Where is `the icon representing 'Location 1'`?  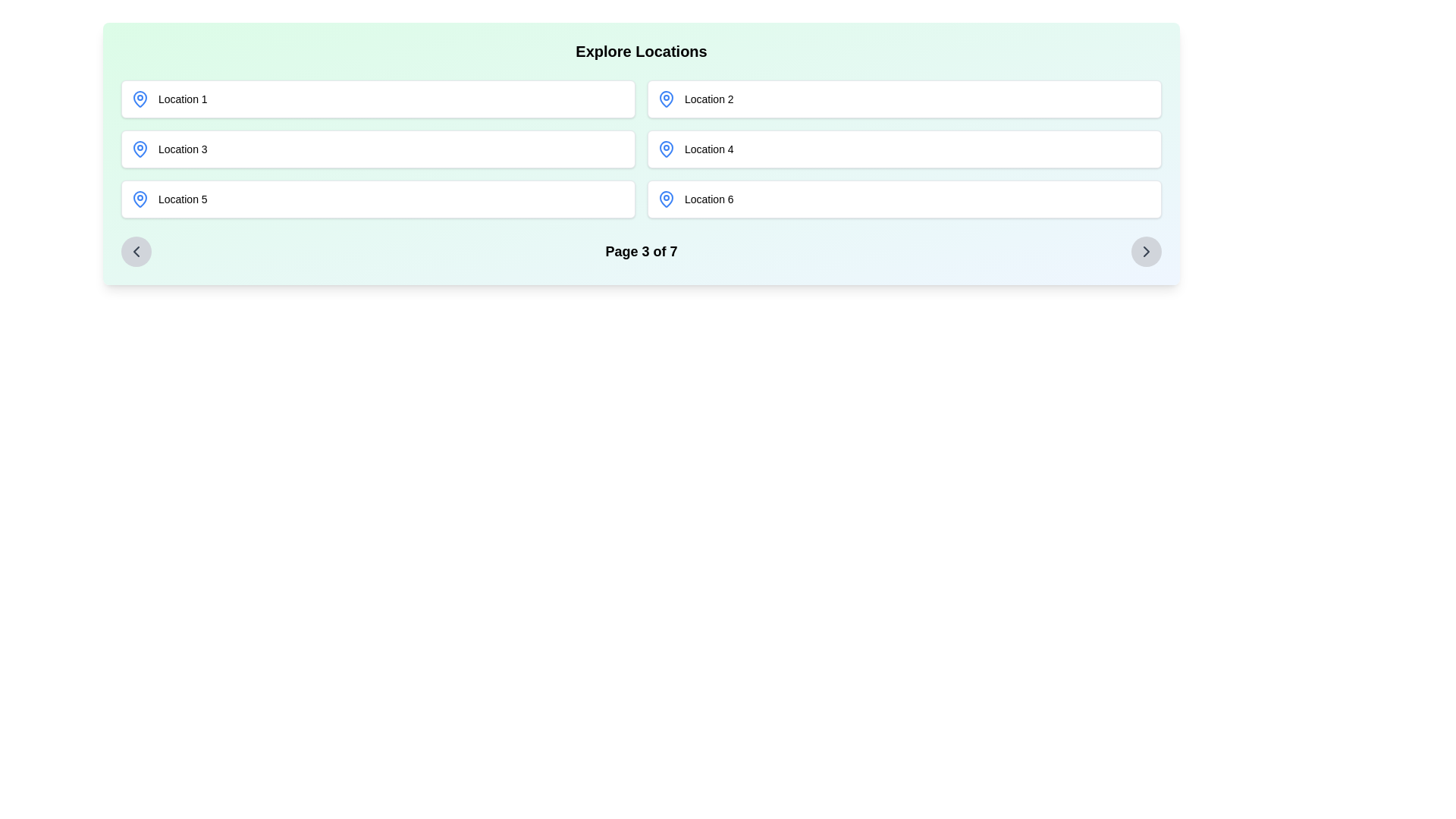
the icon representing 'Location 1' is located at coordinates (140, 99).